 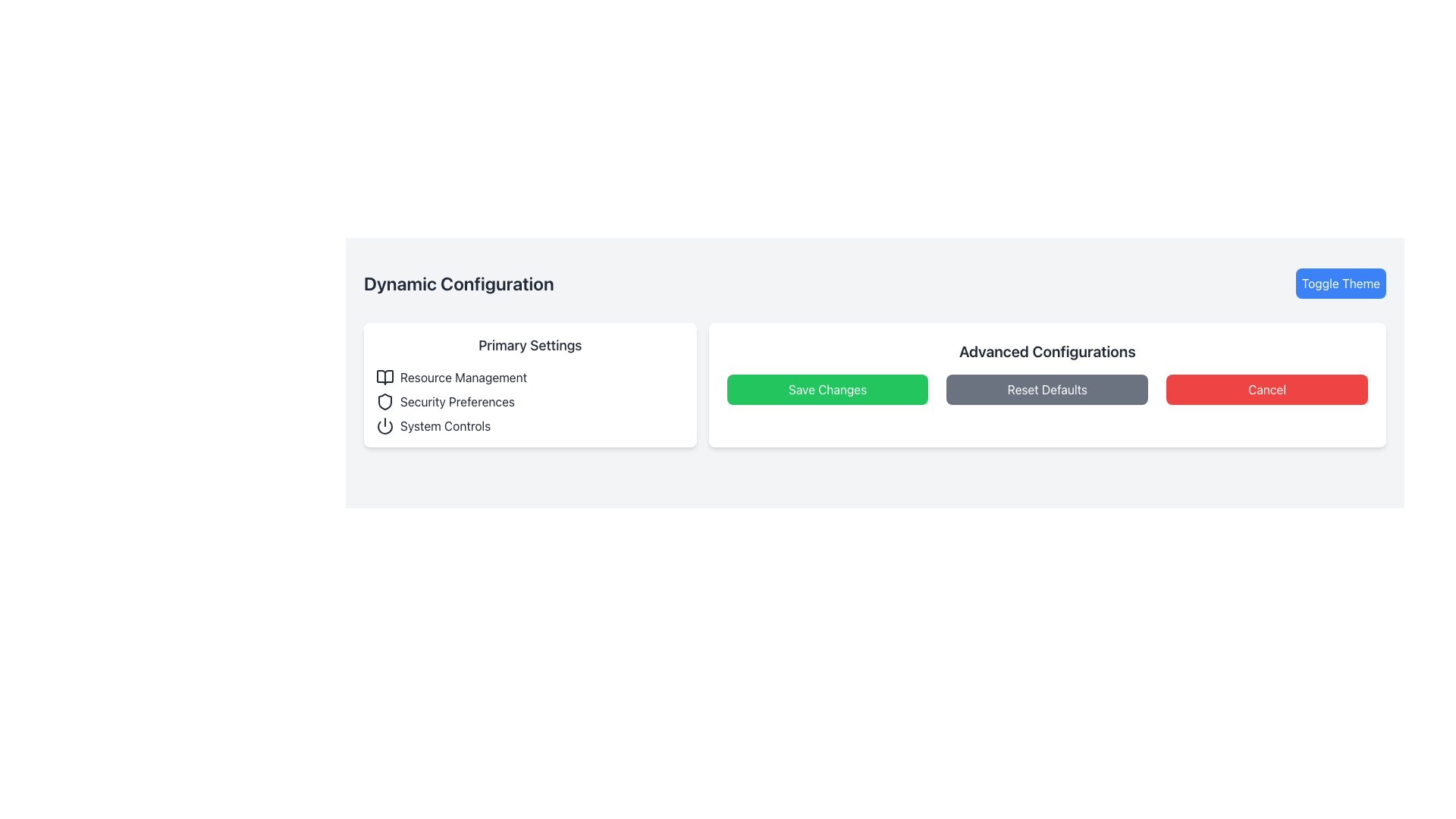 What do you see at coordinates (530, 426) in the screenshot?
I see `the button for accessing system control settings located in the third row under 'Primary Settings'` at bounding box center [530, 426].